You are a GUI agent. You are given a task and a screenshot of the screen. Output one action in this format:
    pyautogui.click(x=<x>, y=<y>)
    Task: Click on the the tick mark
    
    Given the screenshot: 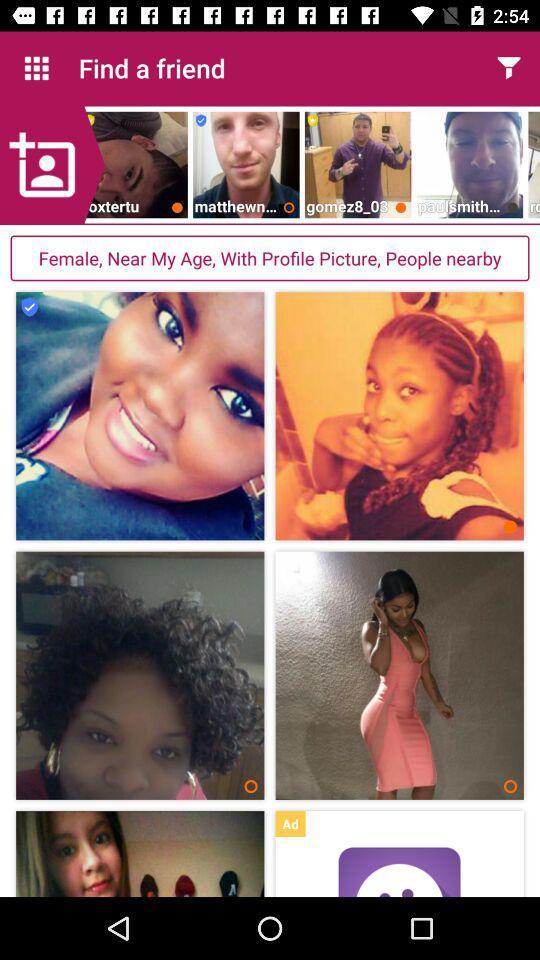 What is the action you would take?
    pyautogui.click(x=29, y=307)
    